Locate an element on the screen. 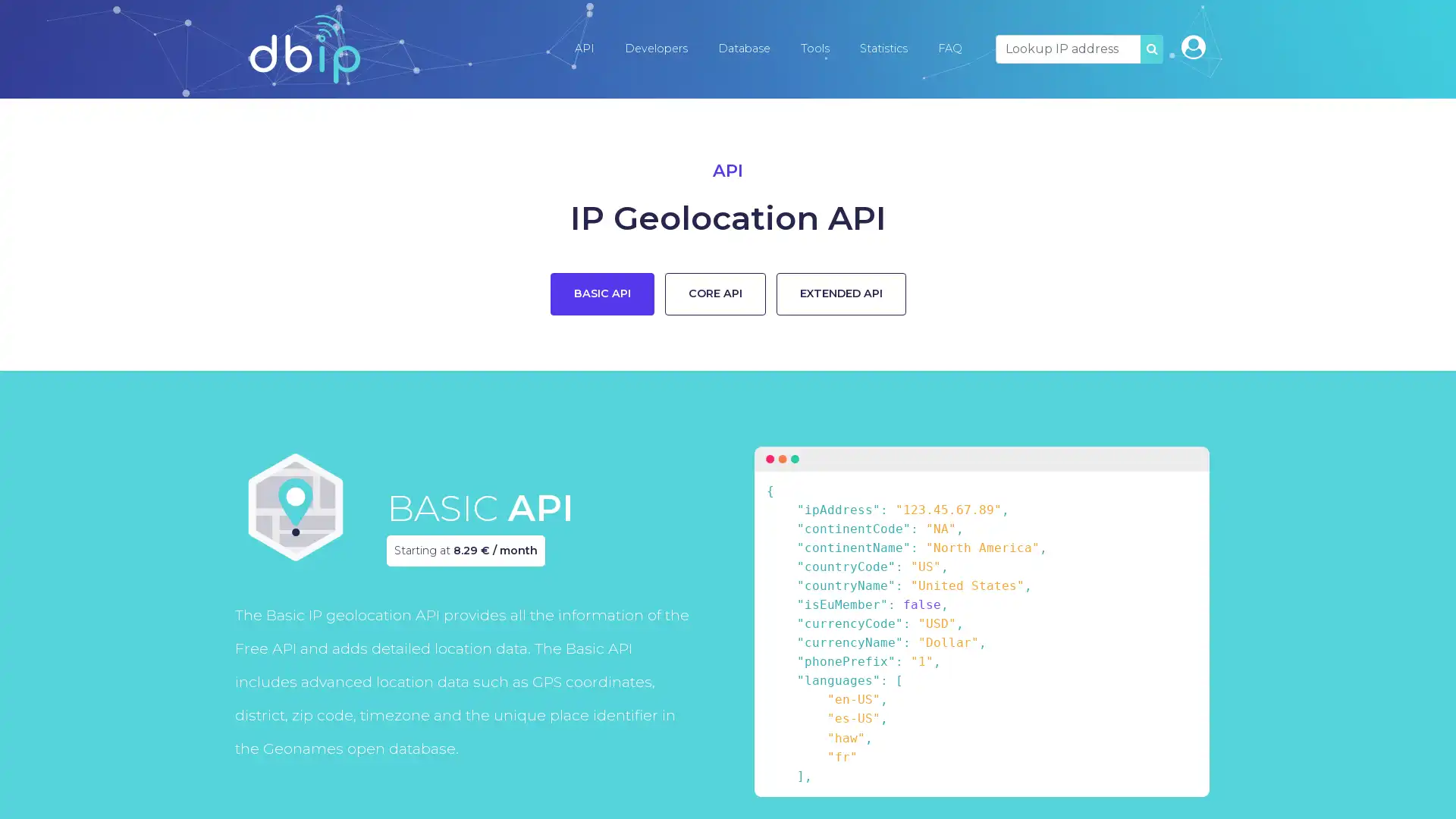  SEARCH is located at coordinates (1151, 48).